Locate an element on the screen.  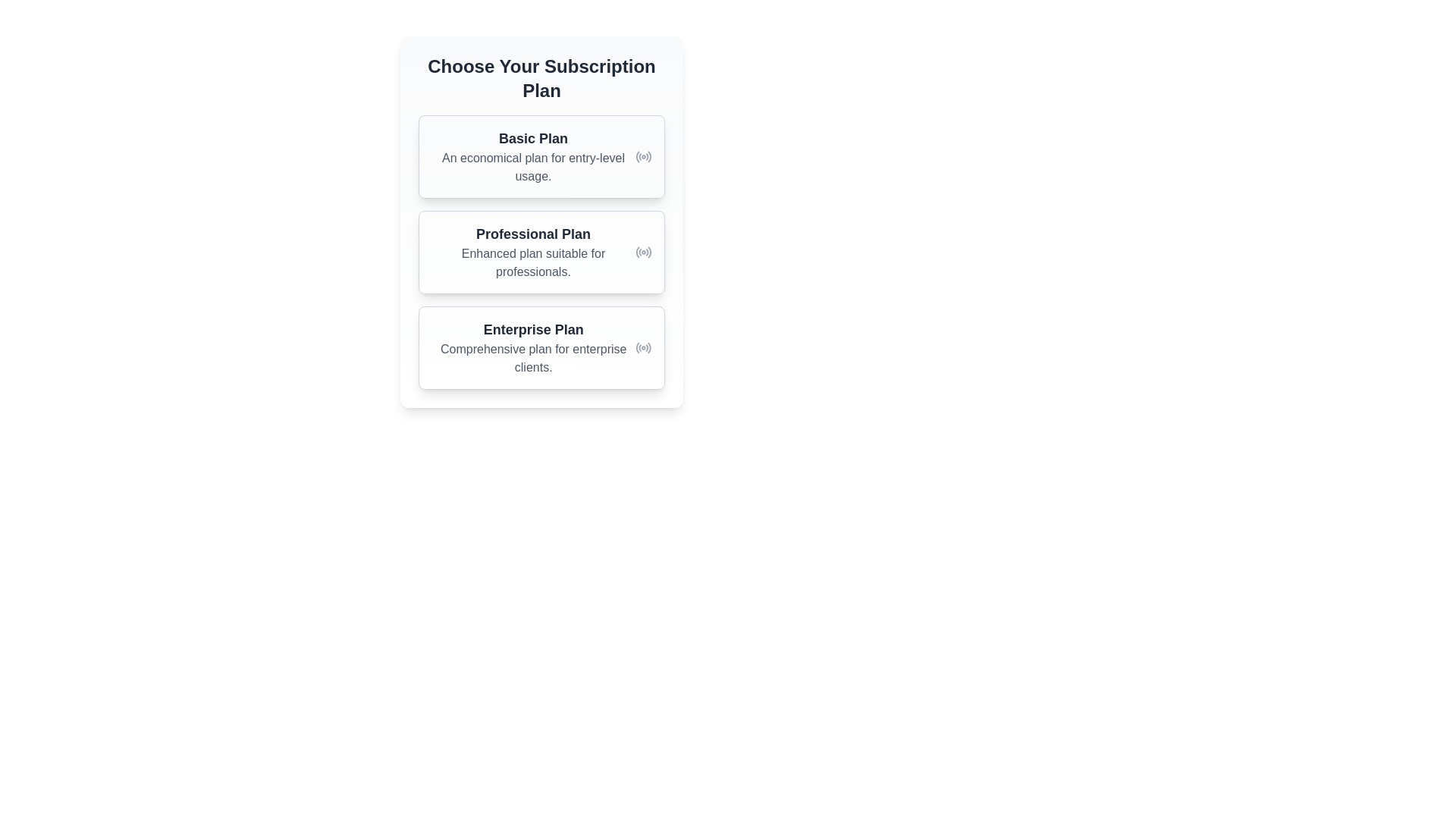
the circular icon resembling a radio signal with concentric arcs located towards the right edge of the 'Enterprise Plan' box is located at coordinates (644, 348).